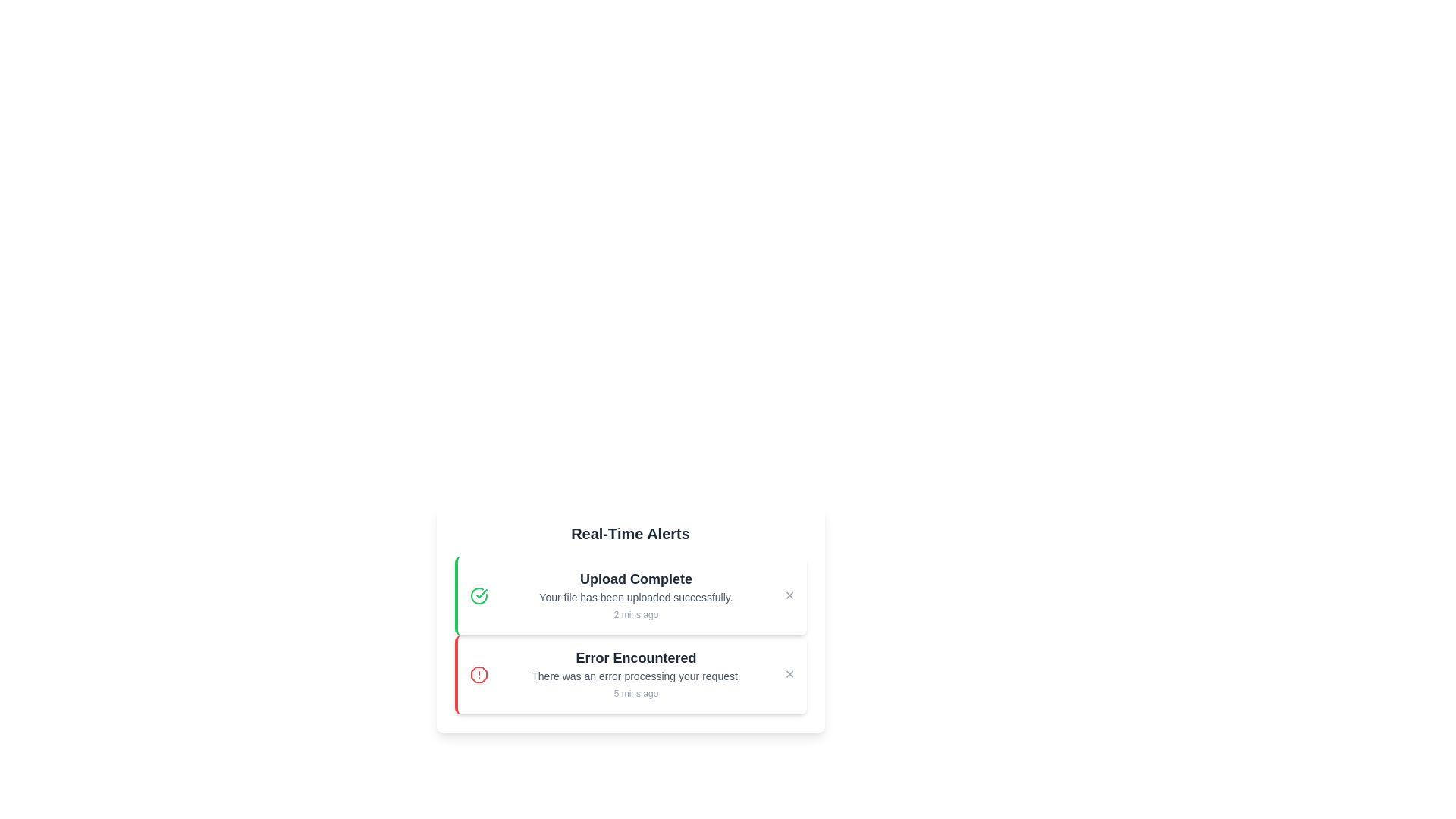  Describe the element at coordinates (636, 693) in the screenshot. I see `the text label displaying '5 mins ago' in light gray, located below the 'Error Encountered' title and above a message description` at that location.